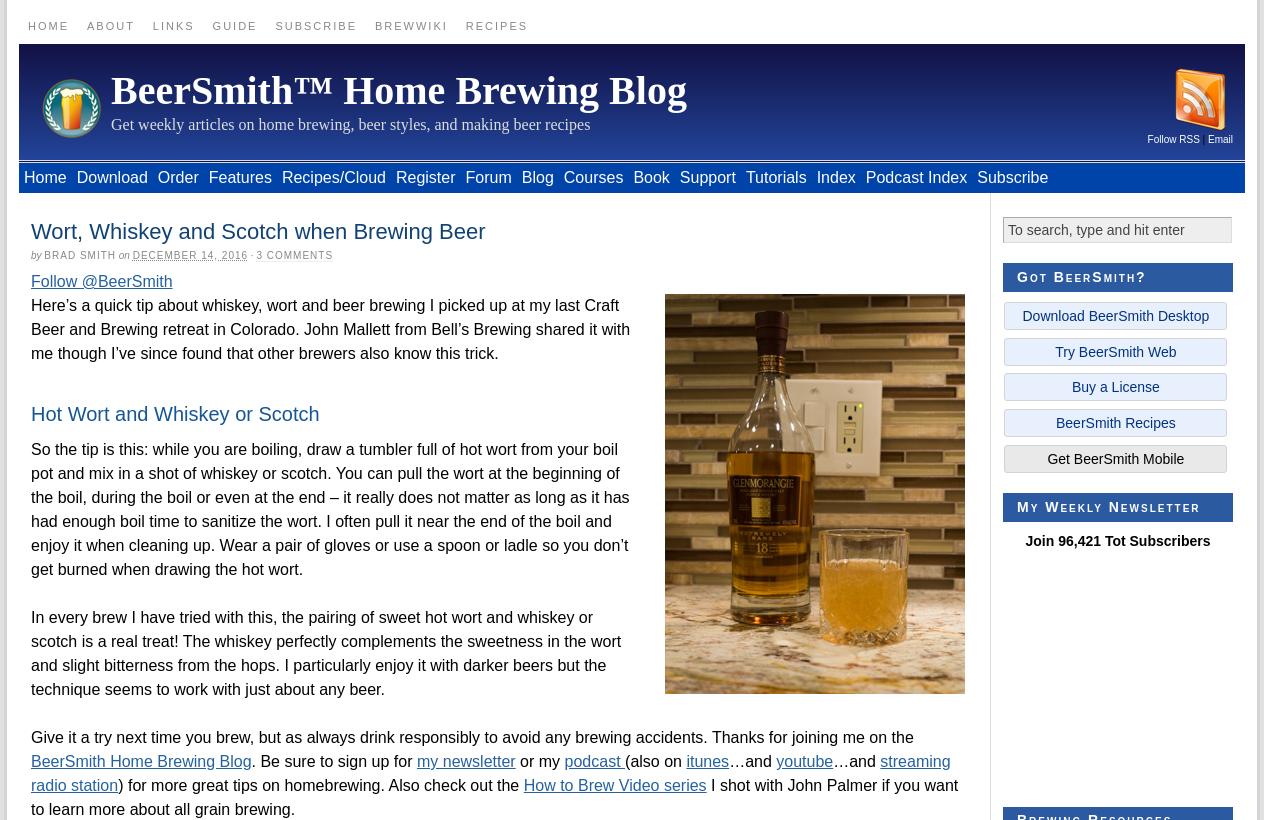  Describe the element at coordinates (494, 797) in the screenshot. I see `'I shot with John Palmer if you want to learn more about all grain brewing.'` at that location.